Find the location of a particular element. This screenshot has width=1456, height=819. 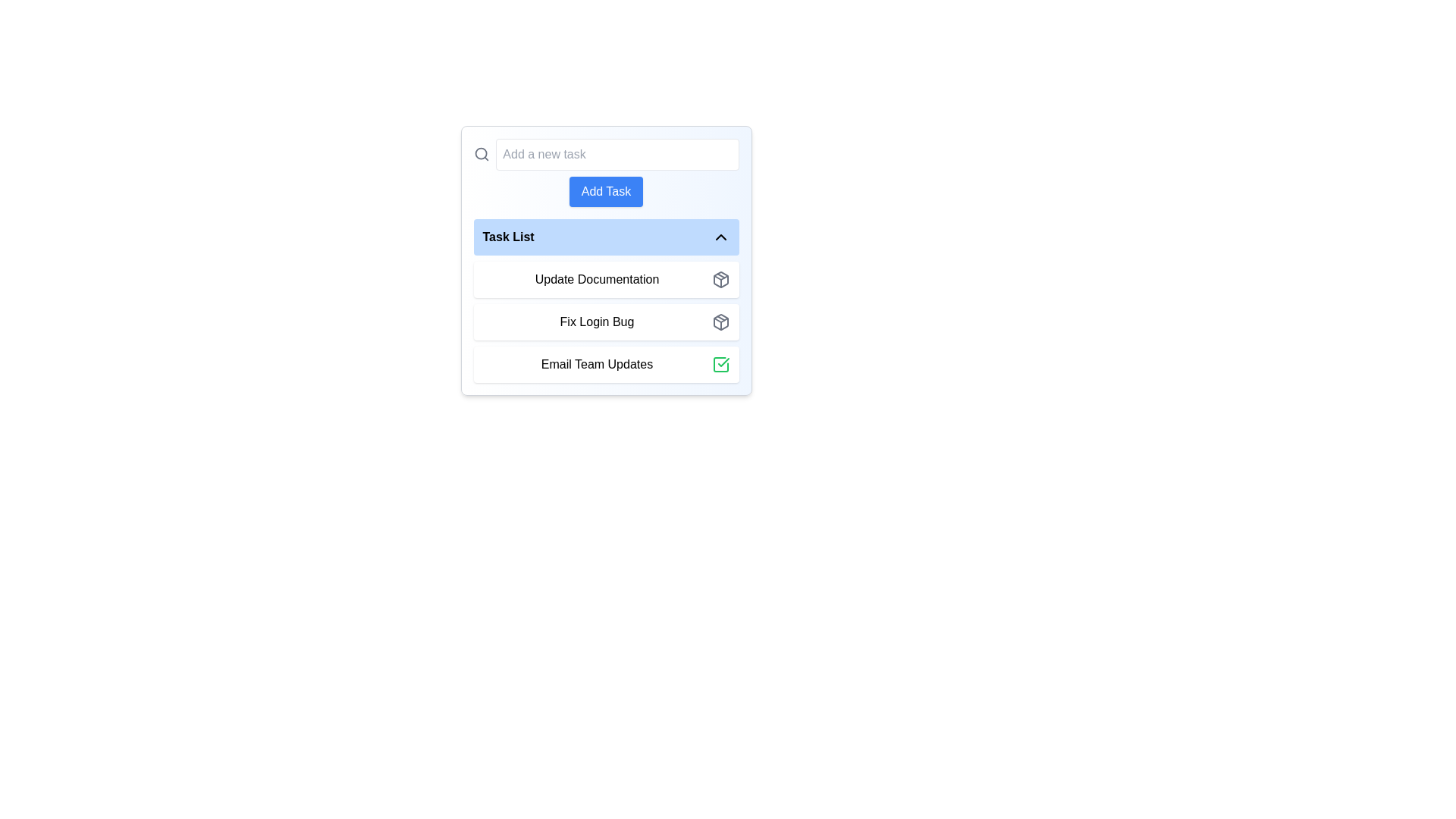

the first task item is located at coordinates (605, 280).